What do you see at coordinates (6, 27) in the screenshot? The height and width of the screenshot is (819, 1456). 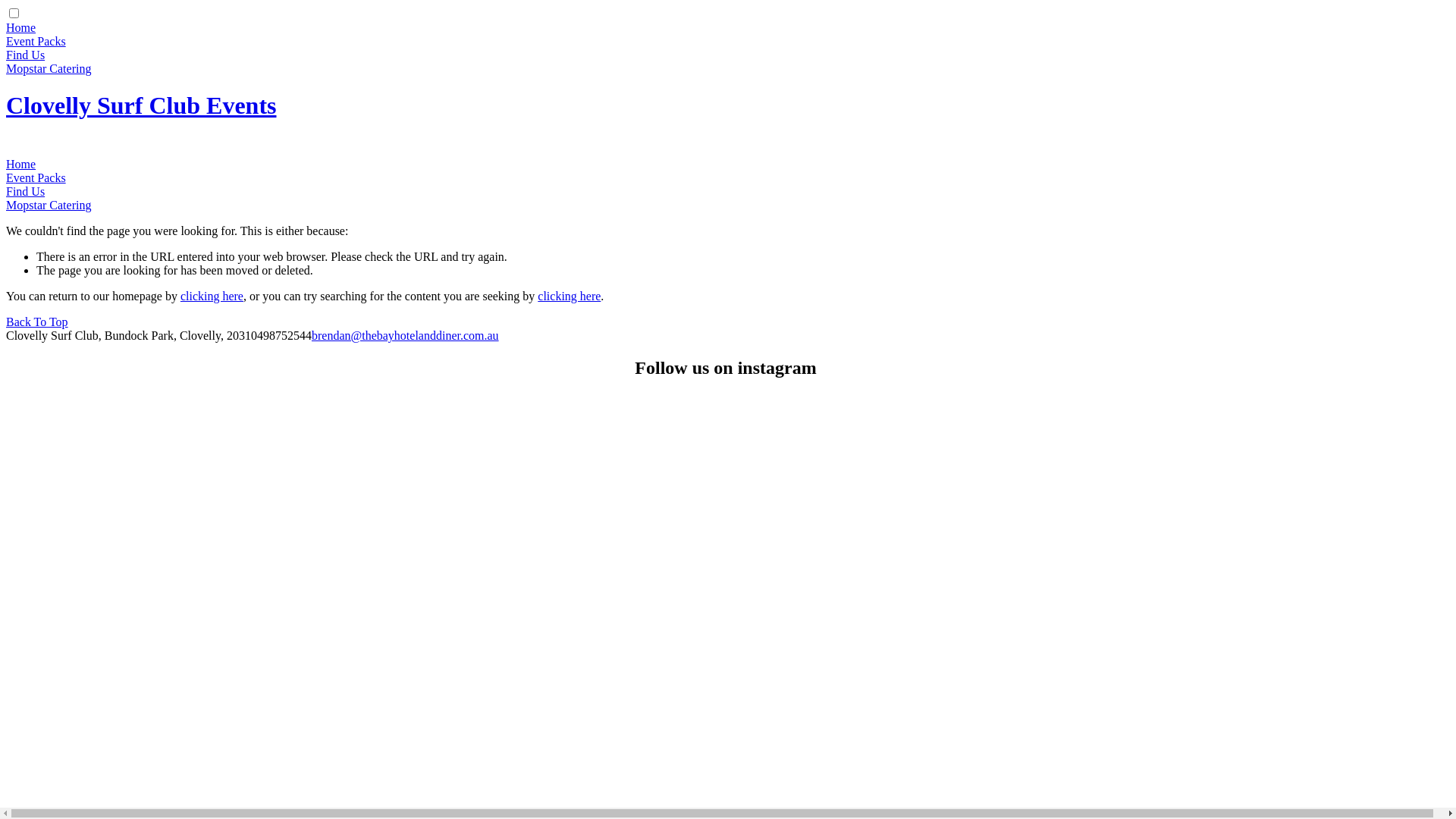 I see `'Home'` at bounding box center [6, 27].